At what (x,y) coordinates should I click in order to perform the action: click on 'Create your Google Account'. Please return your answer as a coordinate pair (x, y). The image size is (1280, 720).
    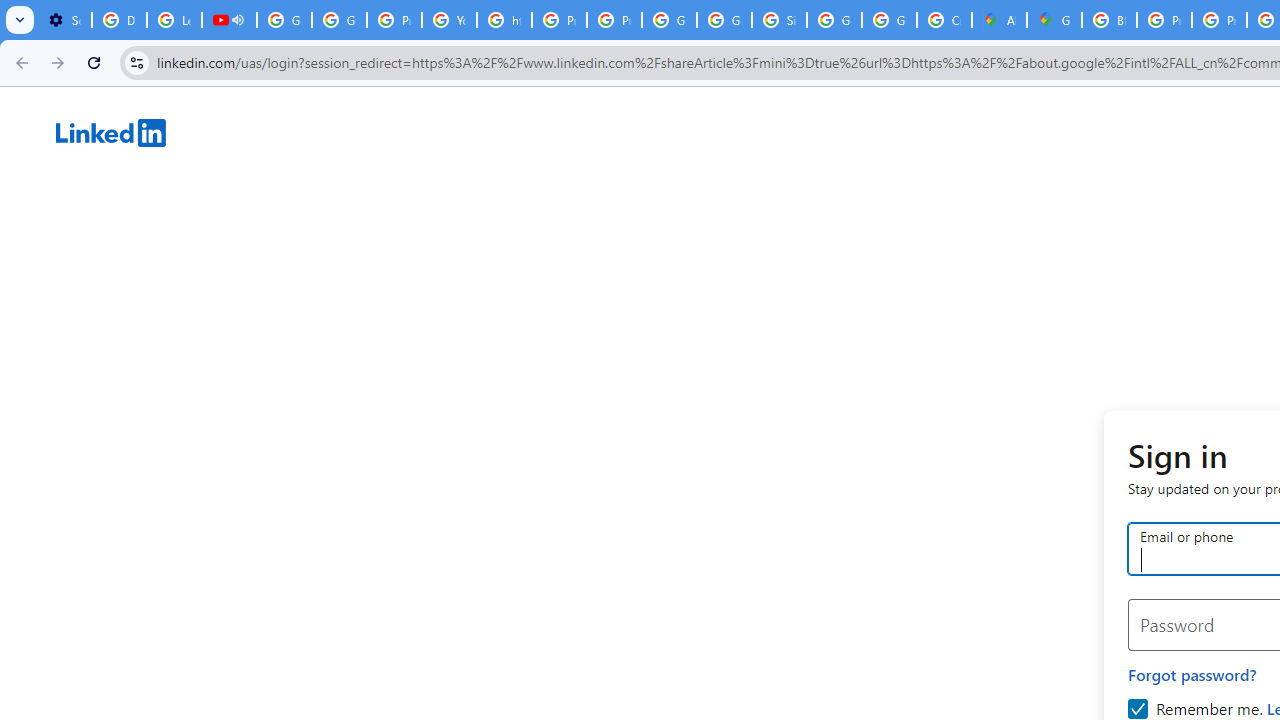
    Looking at the image, I should click on (943, 20).